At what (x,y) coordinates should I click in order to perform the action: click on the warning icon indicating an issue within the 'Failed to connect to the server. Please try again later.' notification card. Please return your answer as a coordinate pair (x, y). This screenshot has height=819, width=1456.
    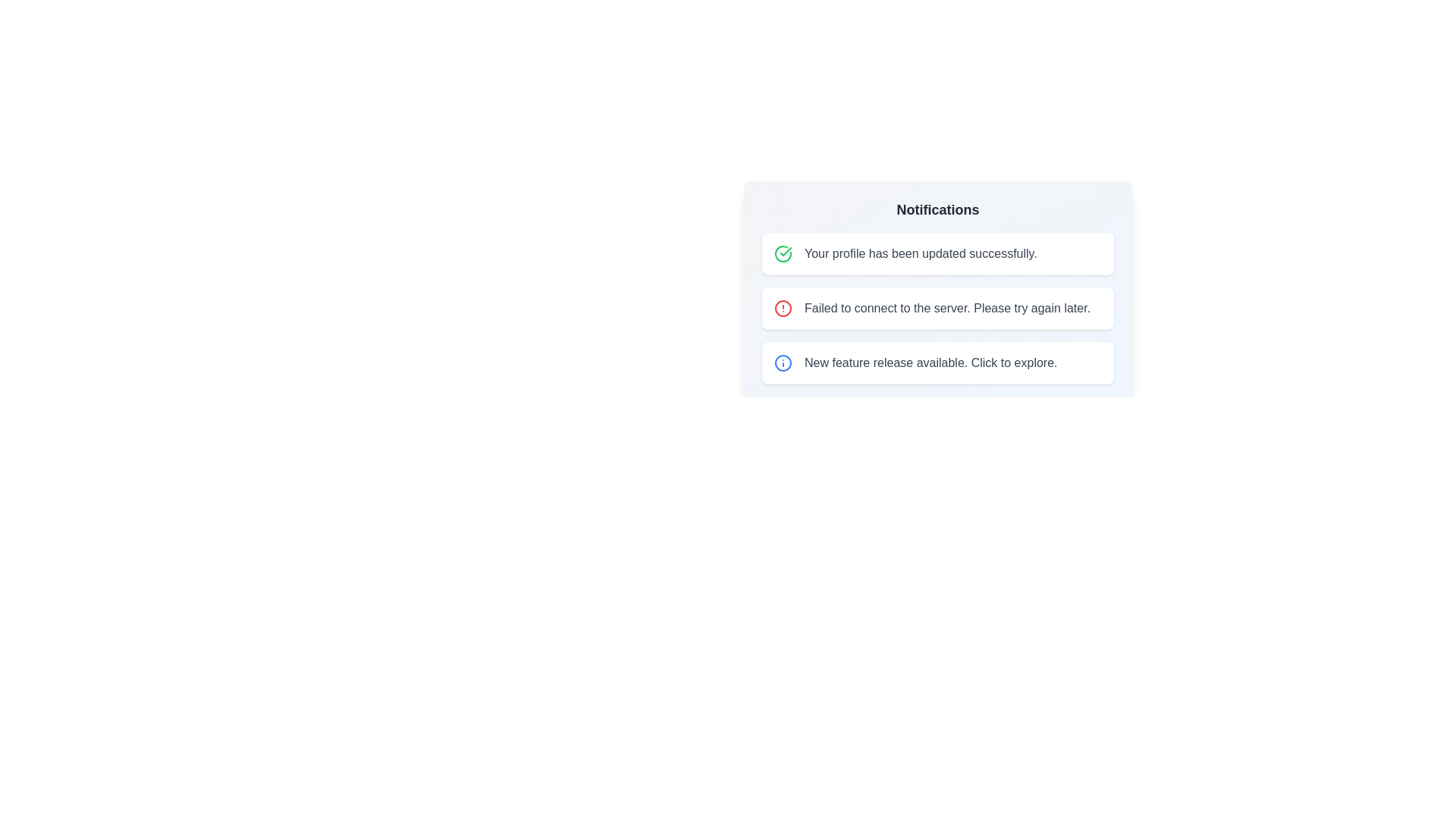
    Looking at the image, I should click on (783, 308).